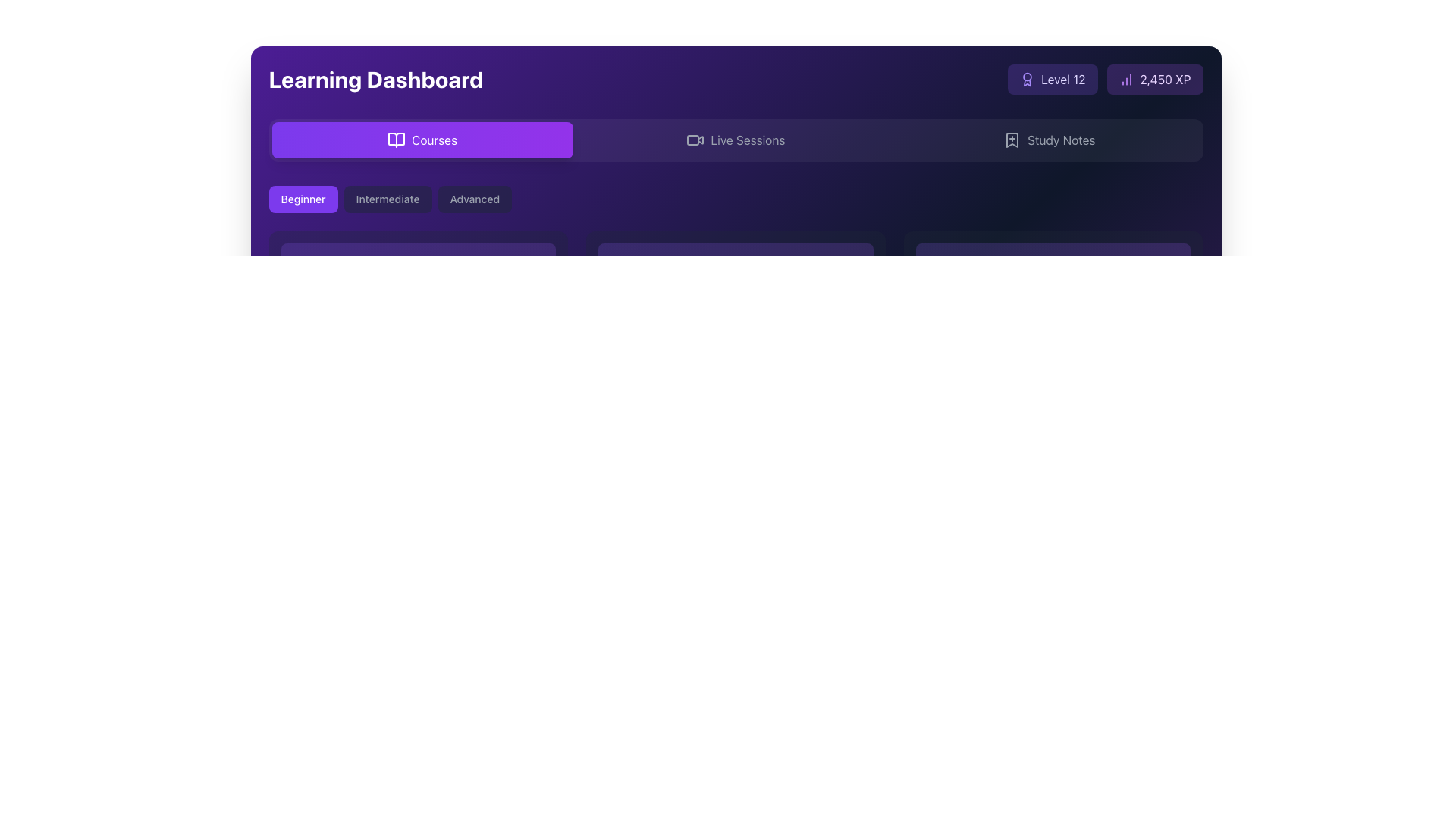 The image size is (1456, 819). I want to click on the user's level badge located at the top-right of the interface, adjacent to the '2,450 XP' badge, so click(1052, 79).